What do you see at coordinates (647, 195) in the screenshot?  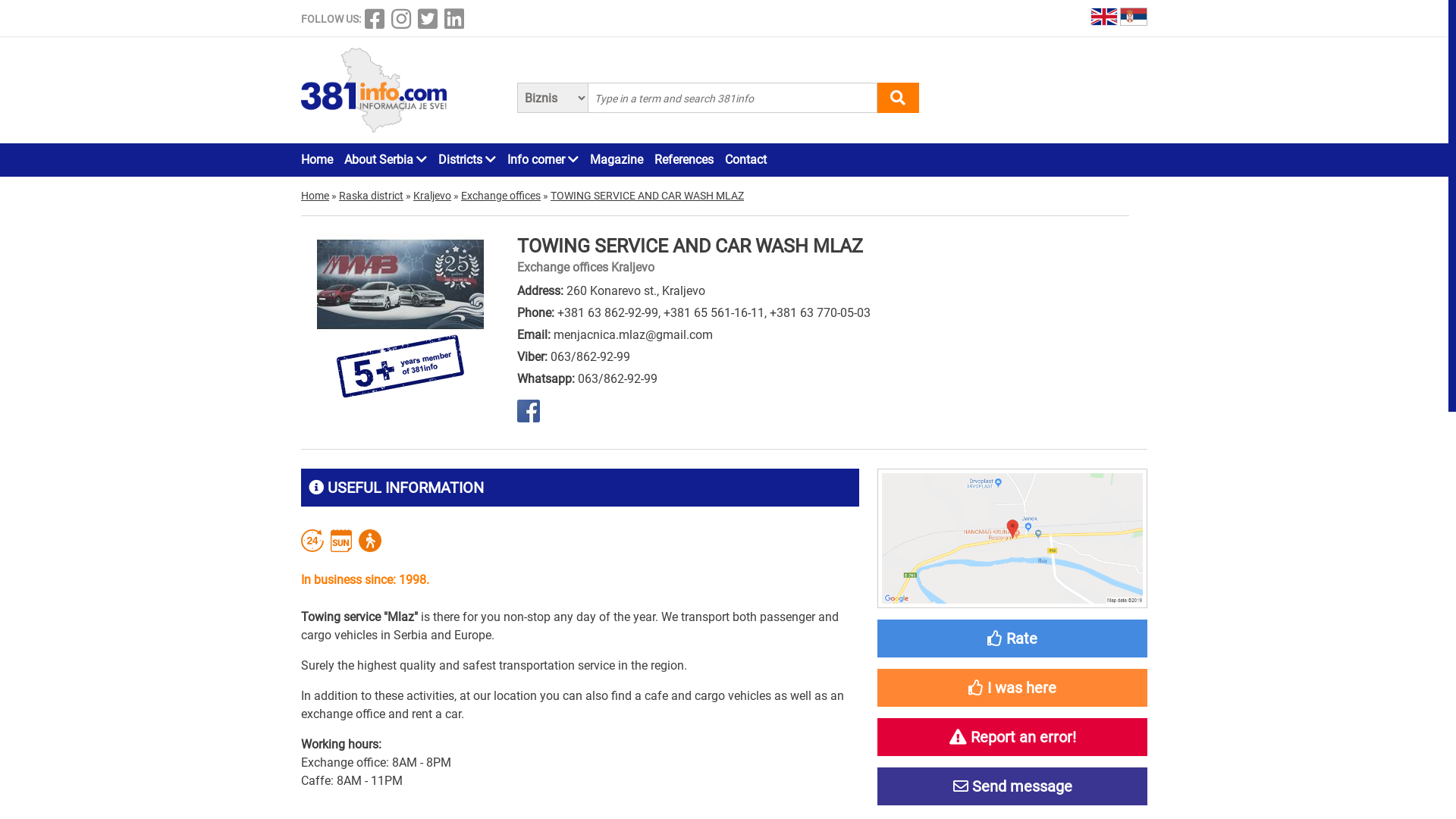 I see `'TOWING SERVICE AND CAR WASH MLAZ'` at bounding box center [647, 195].